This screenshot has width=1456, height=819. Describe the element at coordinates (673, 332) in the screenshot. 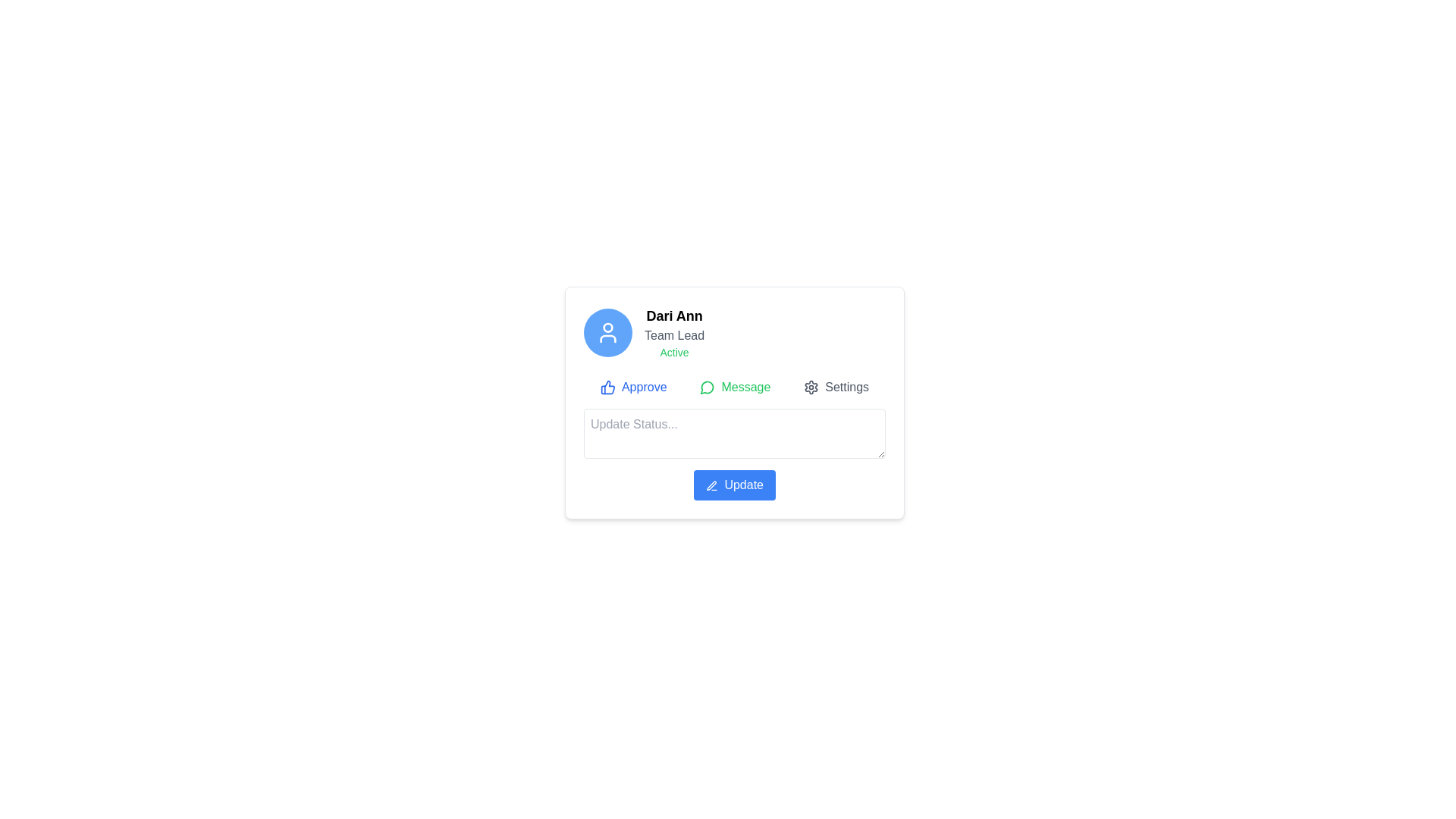

I see `text content displayed in the profile area showing the name, role, and status of the individual, which includes 'Dari Ann', 'Team Lead', 'Active'` at that location.